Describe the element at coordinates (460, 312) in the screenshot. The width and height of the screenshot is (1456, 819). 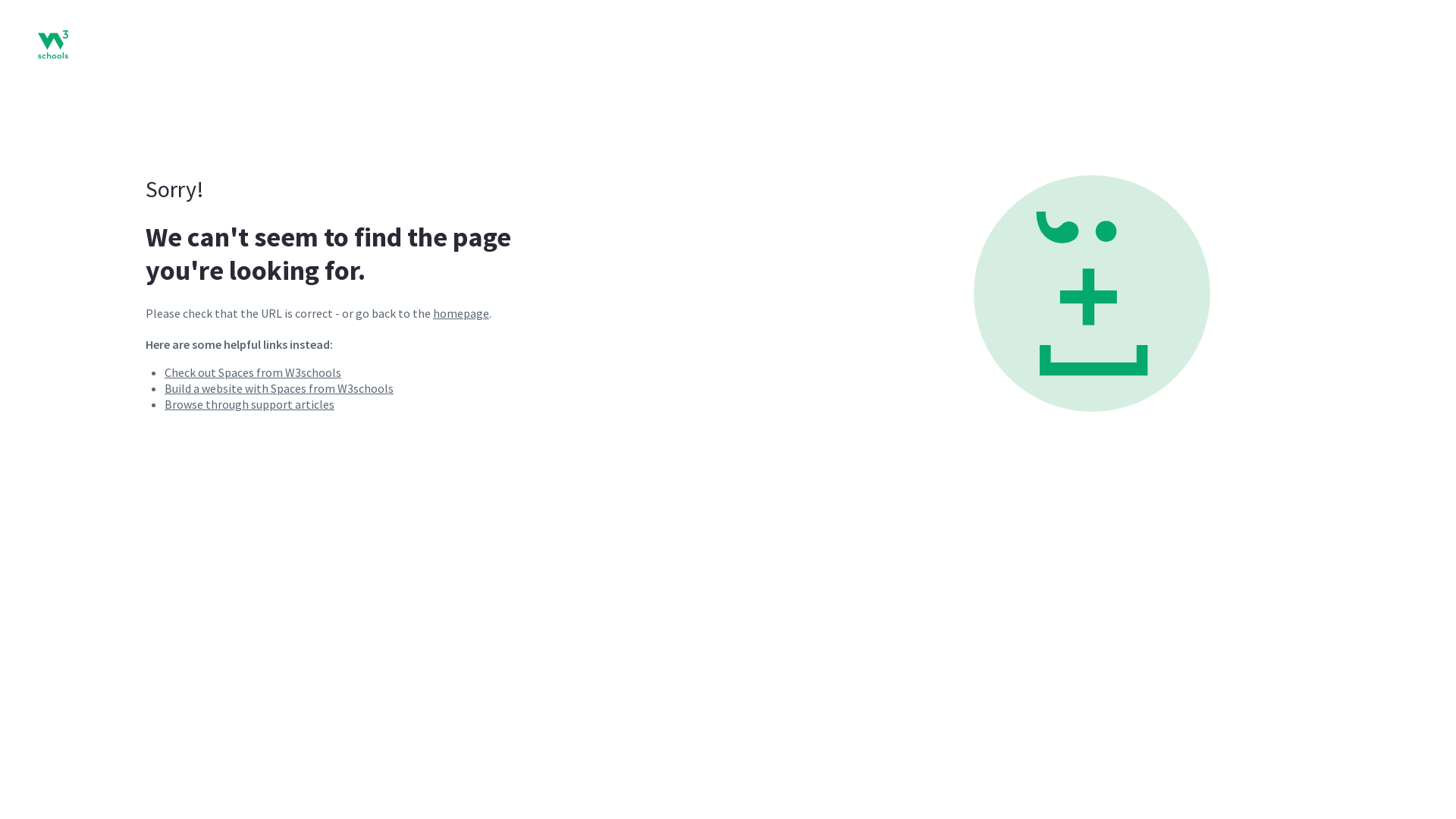
I see `'homepage'` at that location.